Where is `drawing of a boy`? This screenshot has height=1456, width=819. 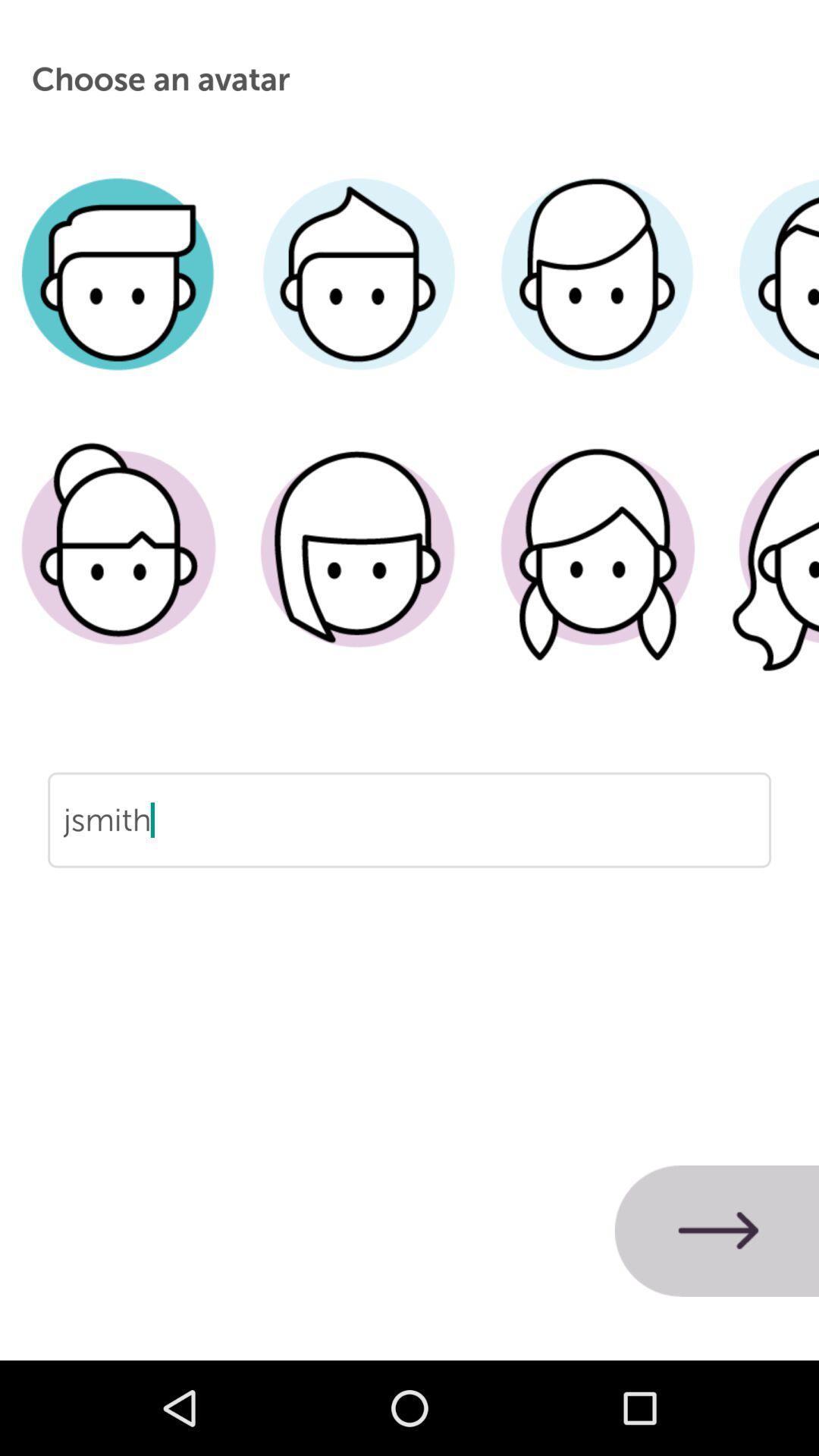
drawing of a boy is located at coordinates (118, 297).